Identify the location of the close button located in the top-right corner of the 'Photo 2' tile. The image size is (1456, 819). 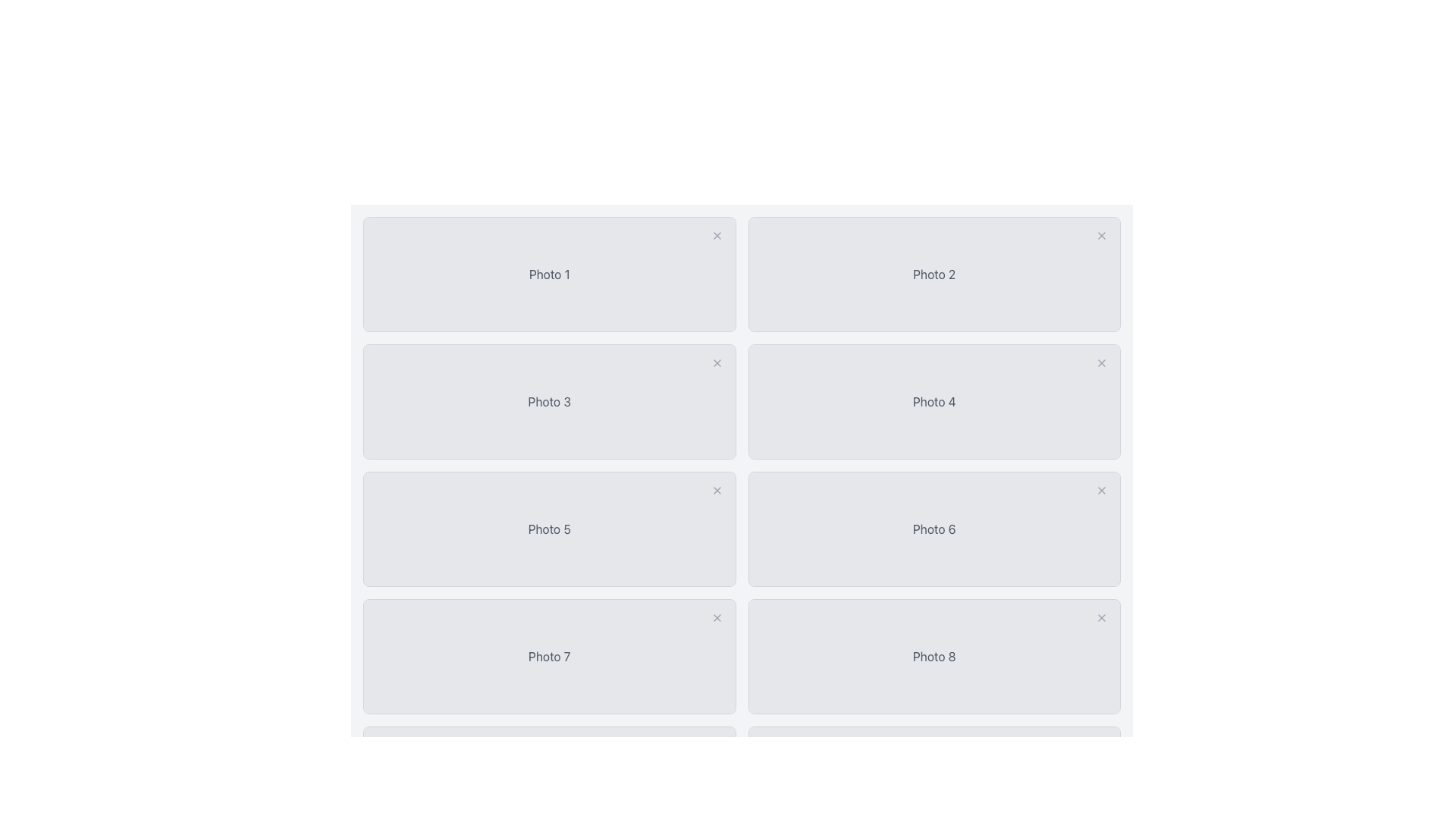
(1102, 236).